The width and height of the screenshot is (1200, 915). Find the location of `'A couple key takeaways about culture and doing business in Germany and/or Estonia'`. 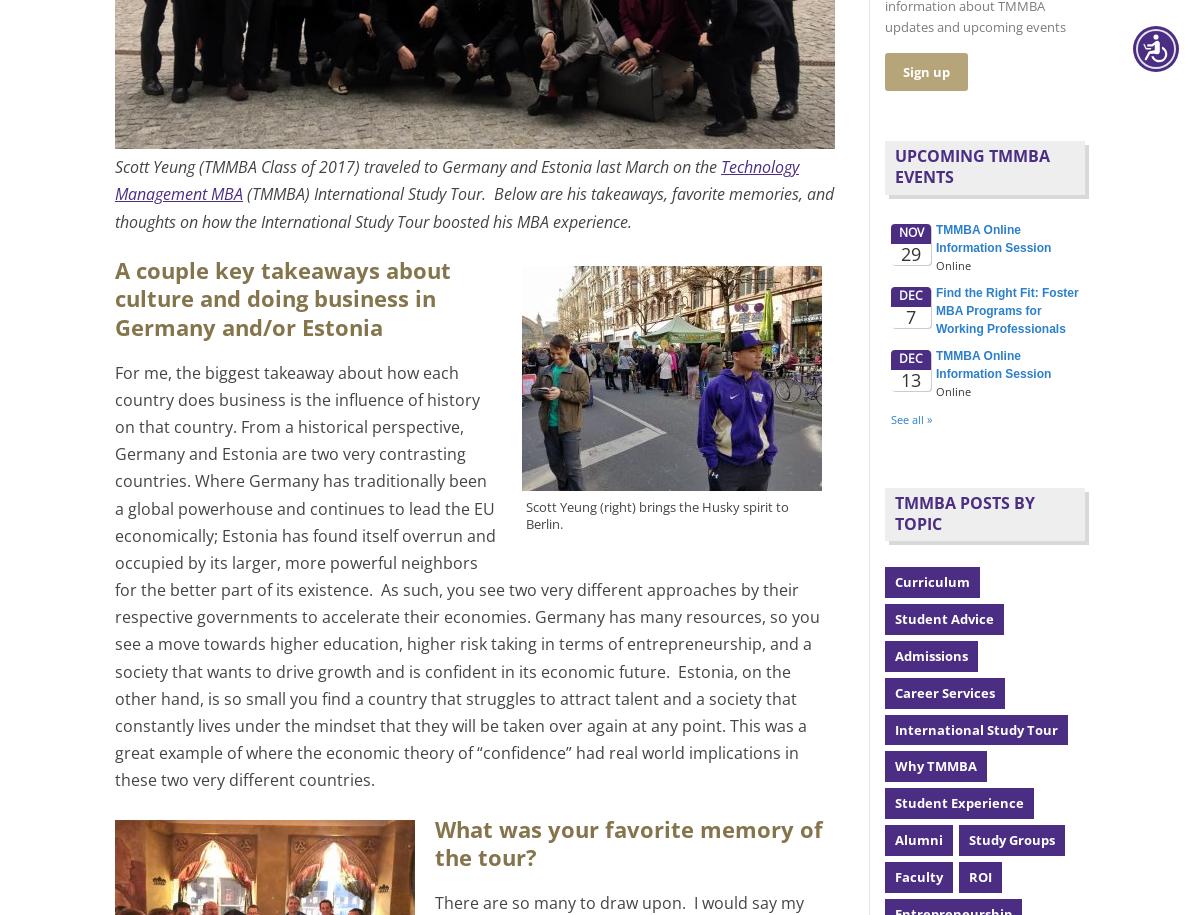

'A couple key takeaways about culture and doing business in Germany and/or Estonia' is located at coordinates (281, 297).